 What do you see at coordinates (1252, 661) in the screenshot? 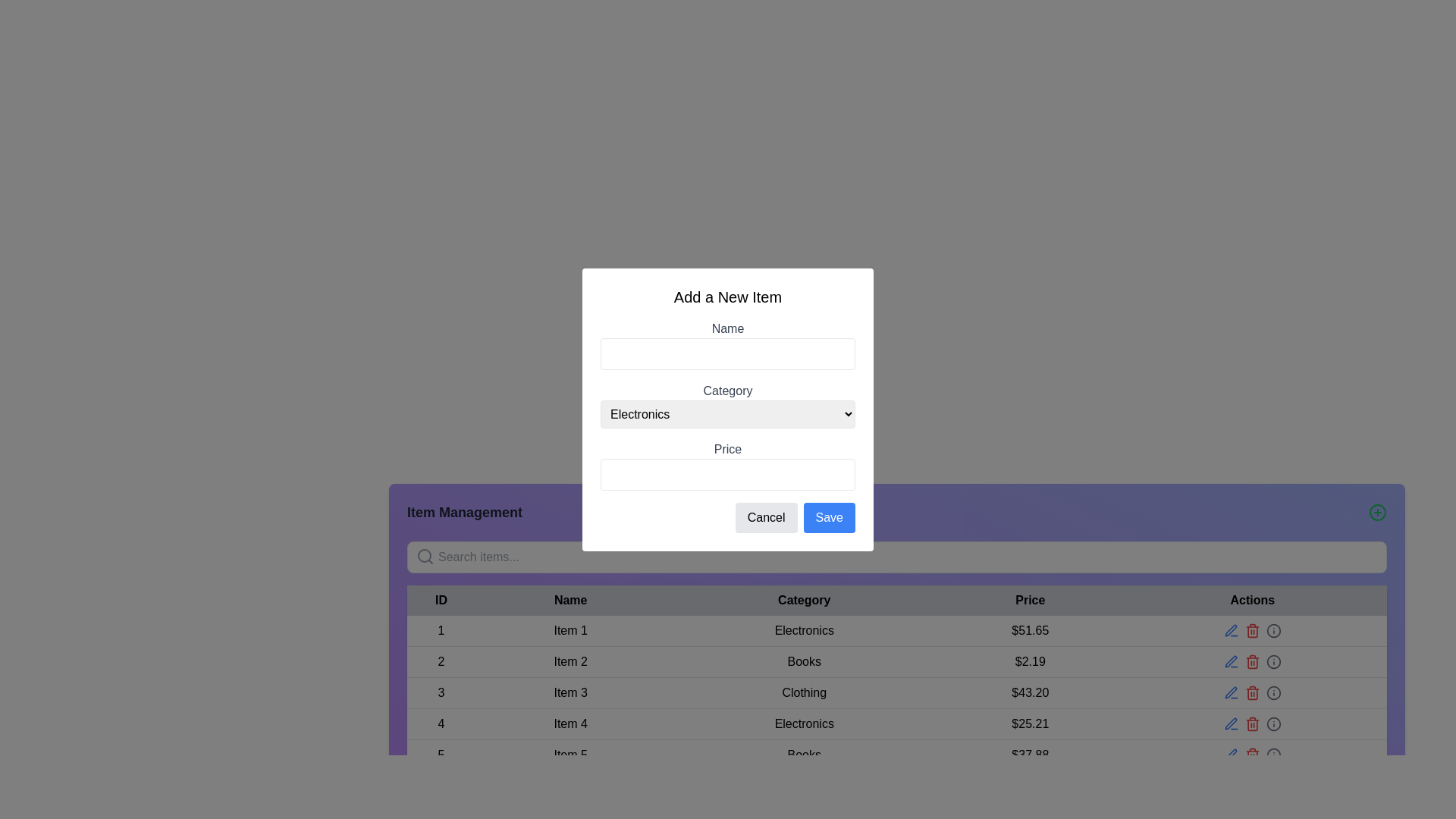
I see `the trash bin icon button located in the 'Actions' column of the second row in the table, which is styled in red and indicates a delete action` at bounding box center [1252, 661].